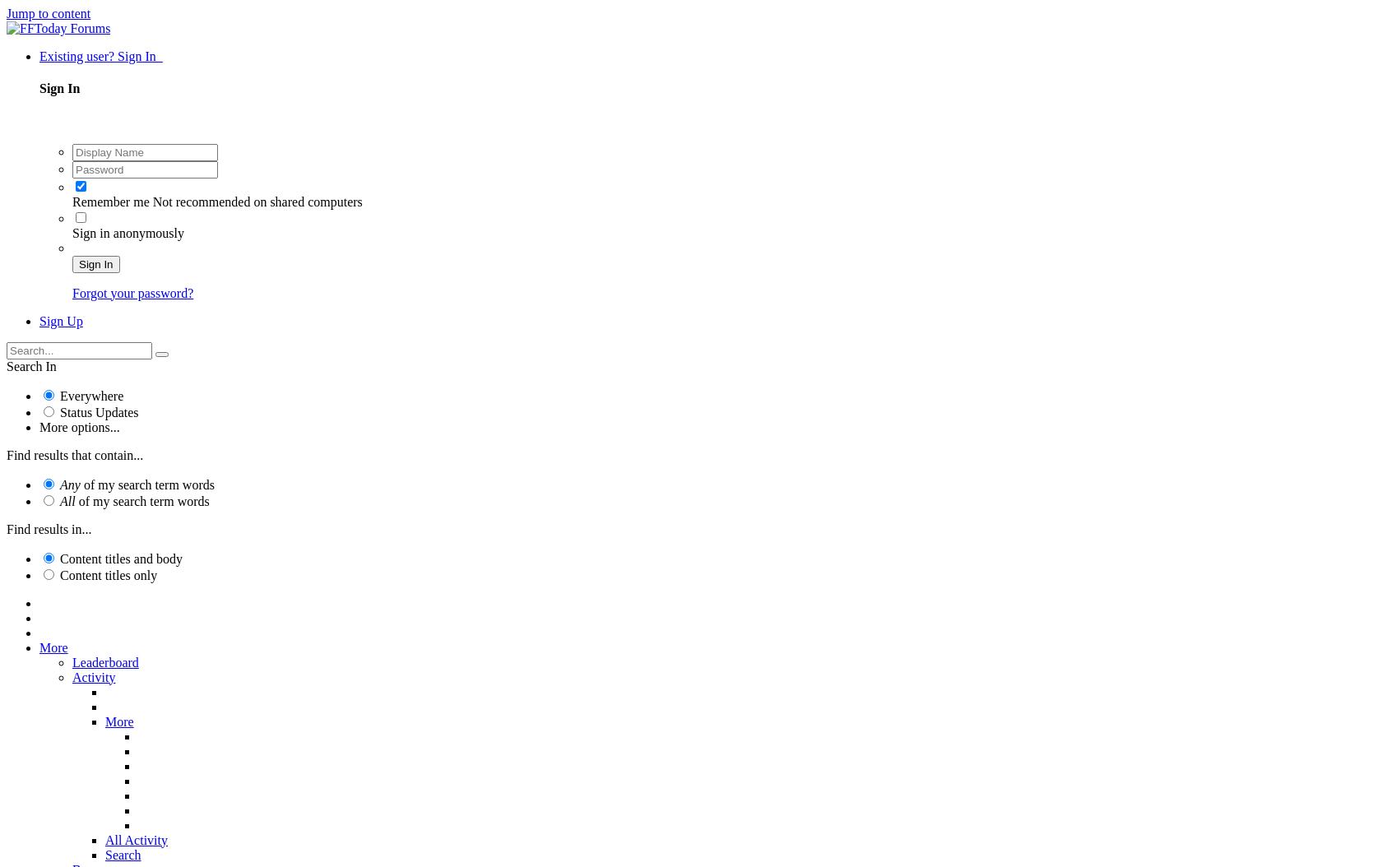  I want to click on 'Any', so click(60, 483).